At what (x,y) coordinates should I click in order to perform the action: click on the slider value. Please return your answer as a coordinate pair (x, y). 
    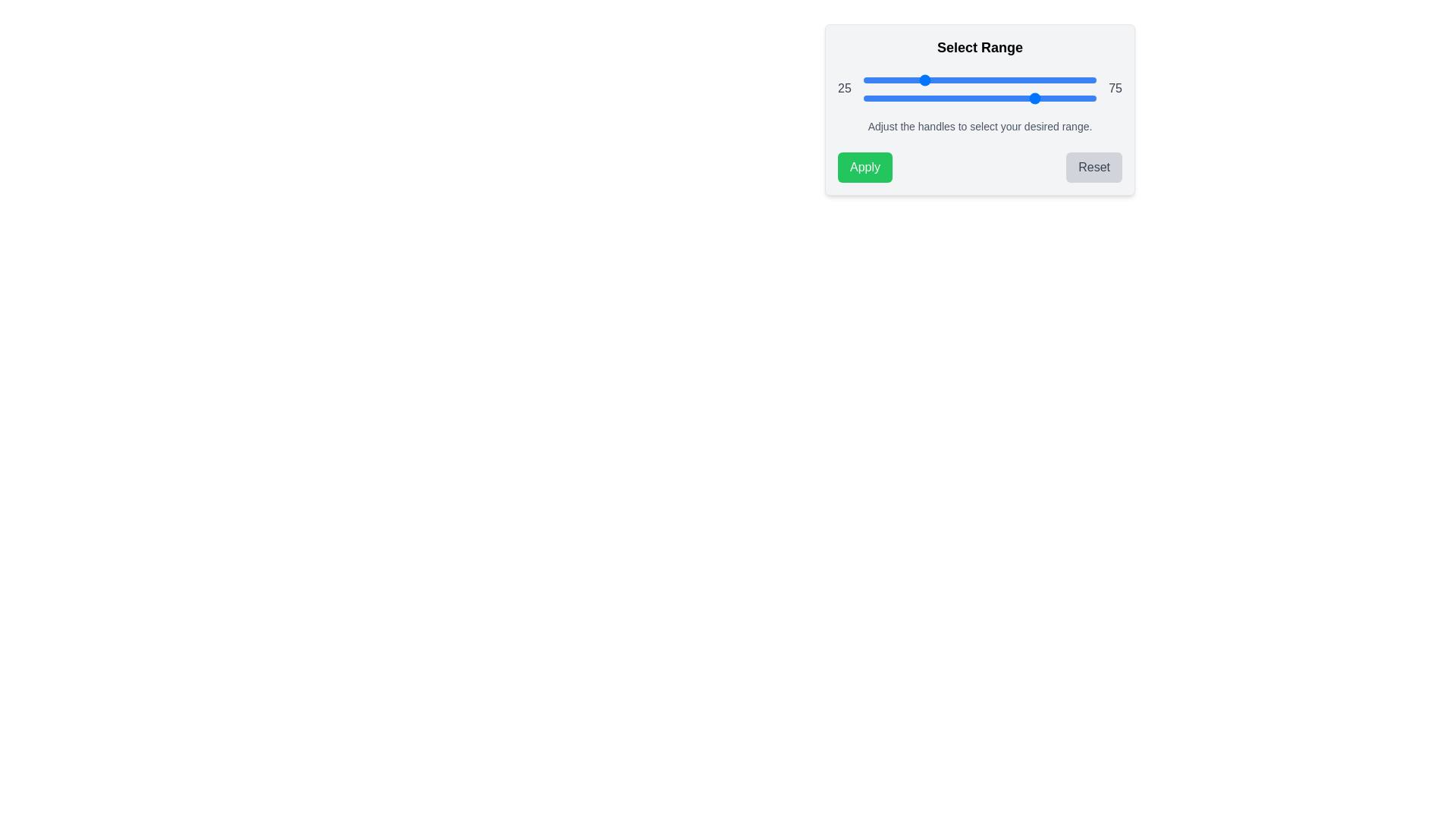
    Looking at the image, I should click on (993, 99).